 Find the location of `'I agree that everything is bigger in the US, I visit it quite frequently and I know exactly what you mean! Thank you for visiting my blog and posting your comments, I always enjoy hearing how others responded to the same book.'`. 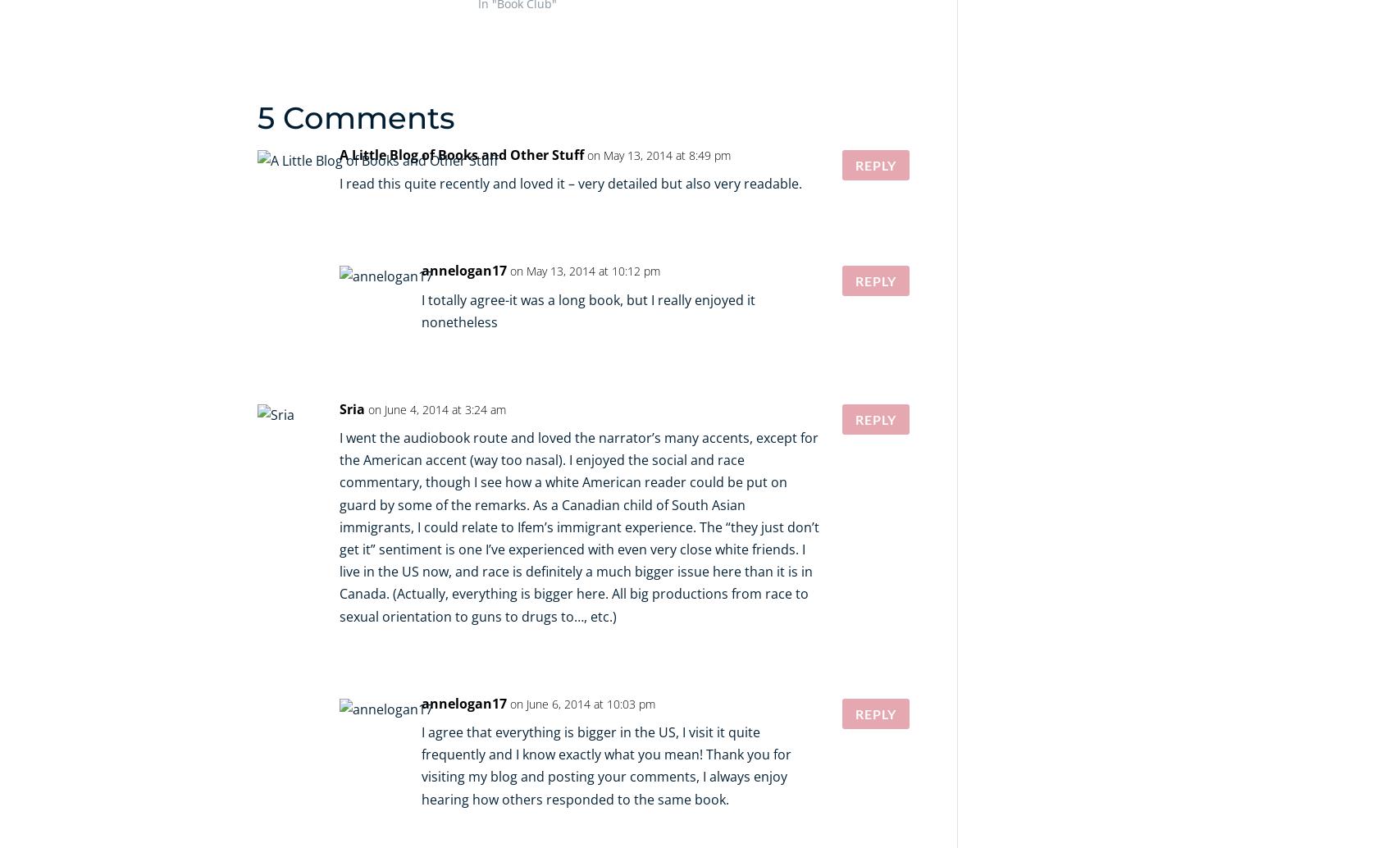

'I agree that everything is bigger in the US, I visit it quite frequently and I know exactly what you mean! Thank you for visiting my blog and posting your comments, I always enjoy hearing how others responded to the same book.' is located at coordinates (420, 764).